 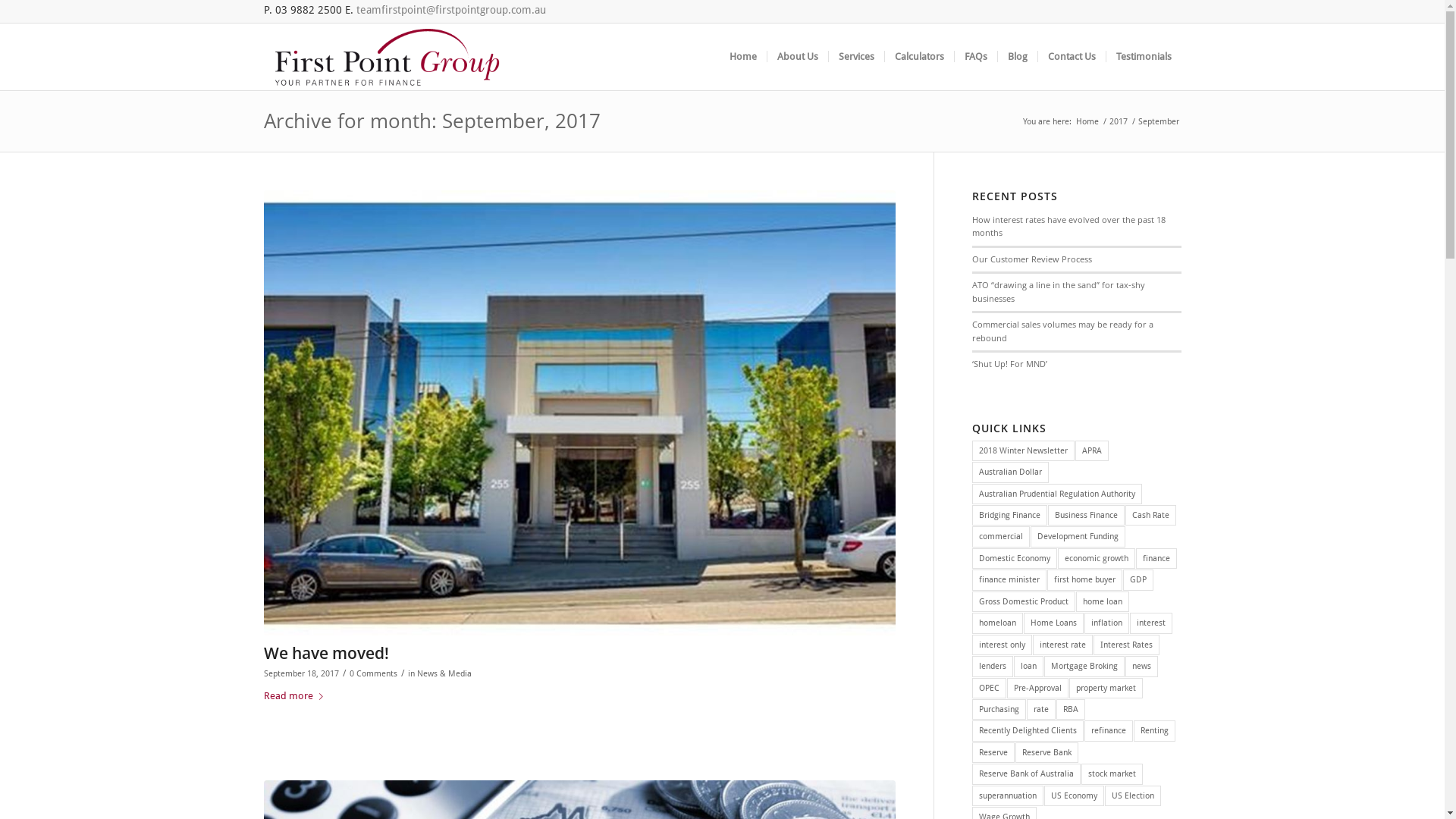 What do you see at coordinates (1046, 752) in the screenshot?
I see `'Reserve Bank'` at bounding box center [1046, 752].